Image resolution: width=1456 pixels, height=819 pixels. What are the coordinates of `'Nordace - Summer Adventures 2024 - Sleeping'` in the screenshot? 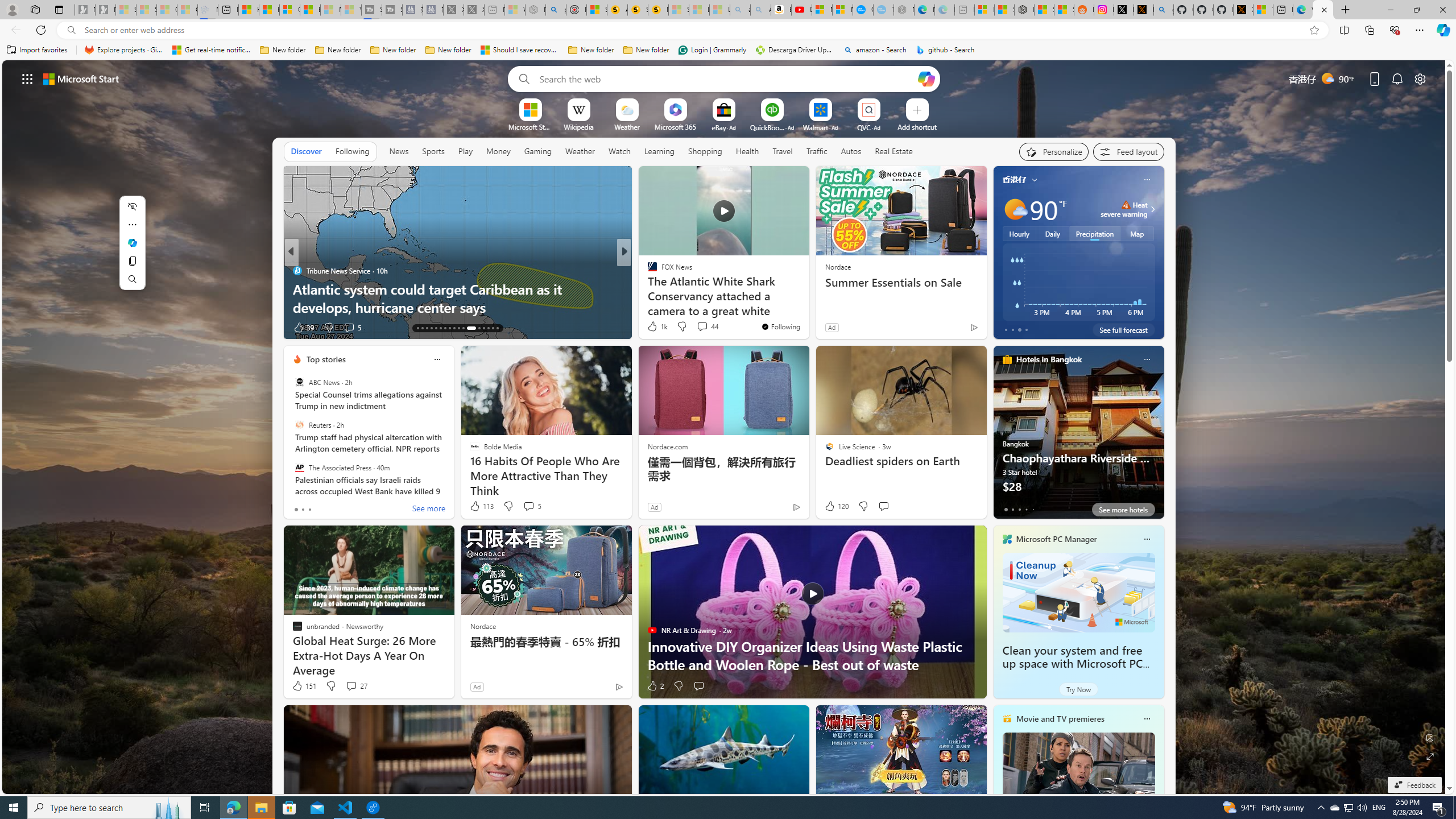 It's located at (534, 9).